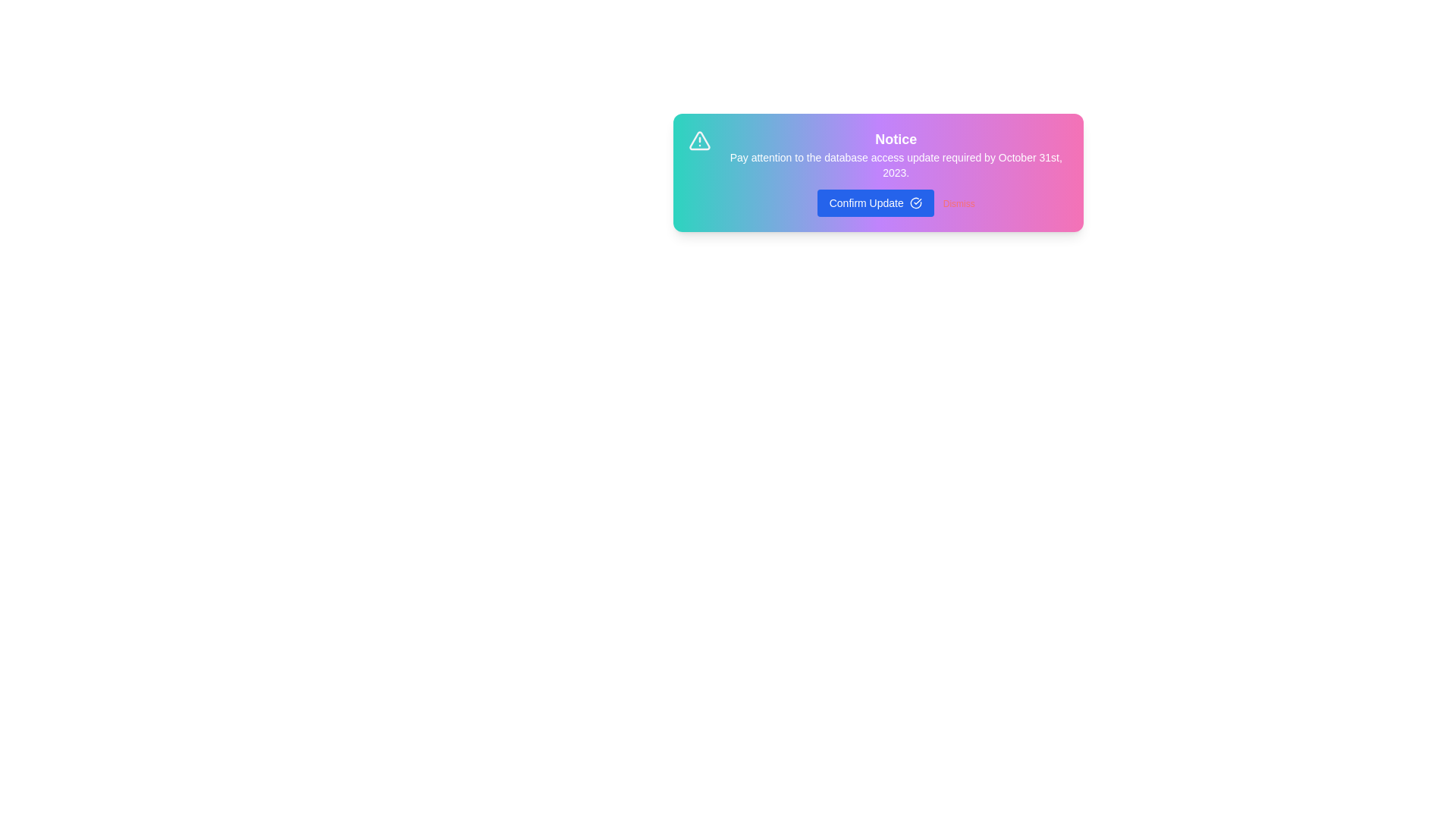  What do you see at coordinates (735, 152) in the screenshot?
I see `the word 'attention' in the alert message` at bounding box center [735, 152].